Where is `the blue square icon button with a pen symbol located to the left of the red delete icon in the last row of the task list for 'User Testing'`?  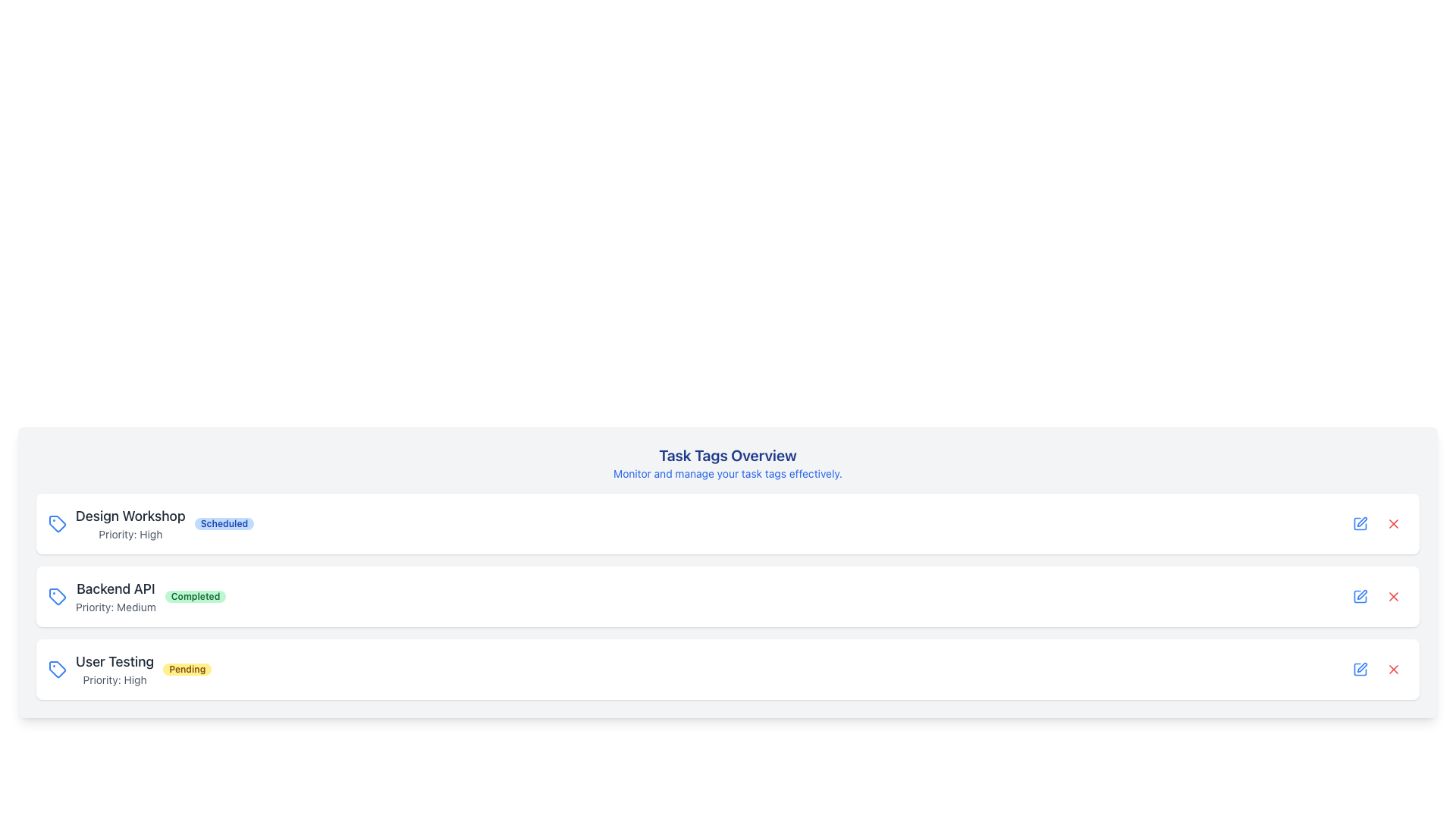 the blue square icon button with a pen symbol located to the left of the red delete icon in the last row of the task list for 'User Testing' is located at coordinates (1360, 669).